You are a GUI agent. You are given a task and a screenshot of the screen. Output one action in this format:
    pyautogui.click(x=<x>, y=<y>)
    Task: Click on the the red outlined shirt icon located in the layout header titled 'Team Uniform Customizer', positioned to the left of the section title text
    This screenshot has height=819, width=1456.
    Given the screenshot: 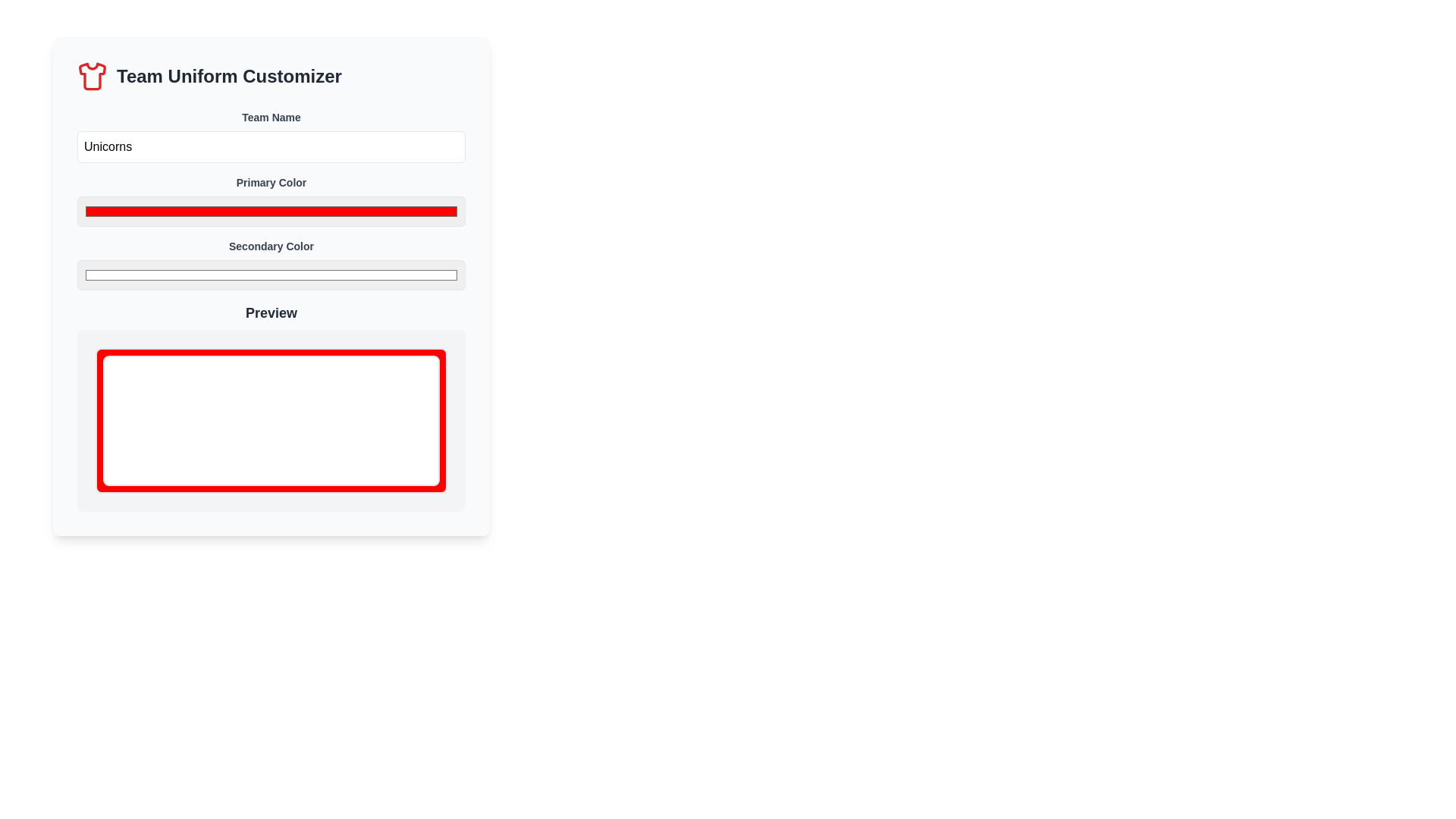 What is the action you would take?
    pyautogui.click(x=91, y=76)
    